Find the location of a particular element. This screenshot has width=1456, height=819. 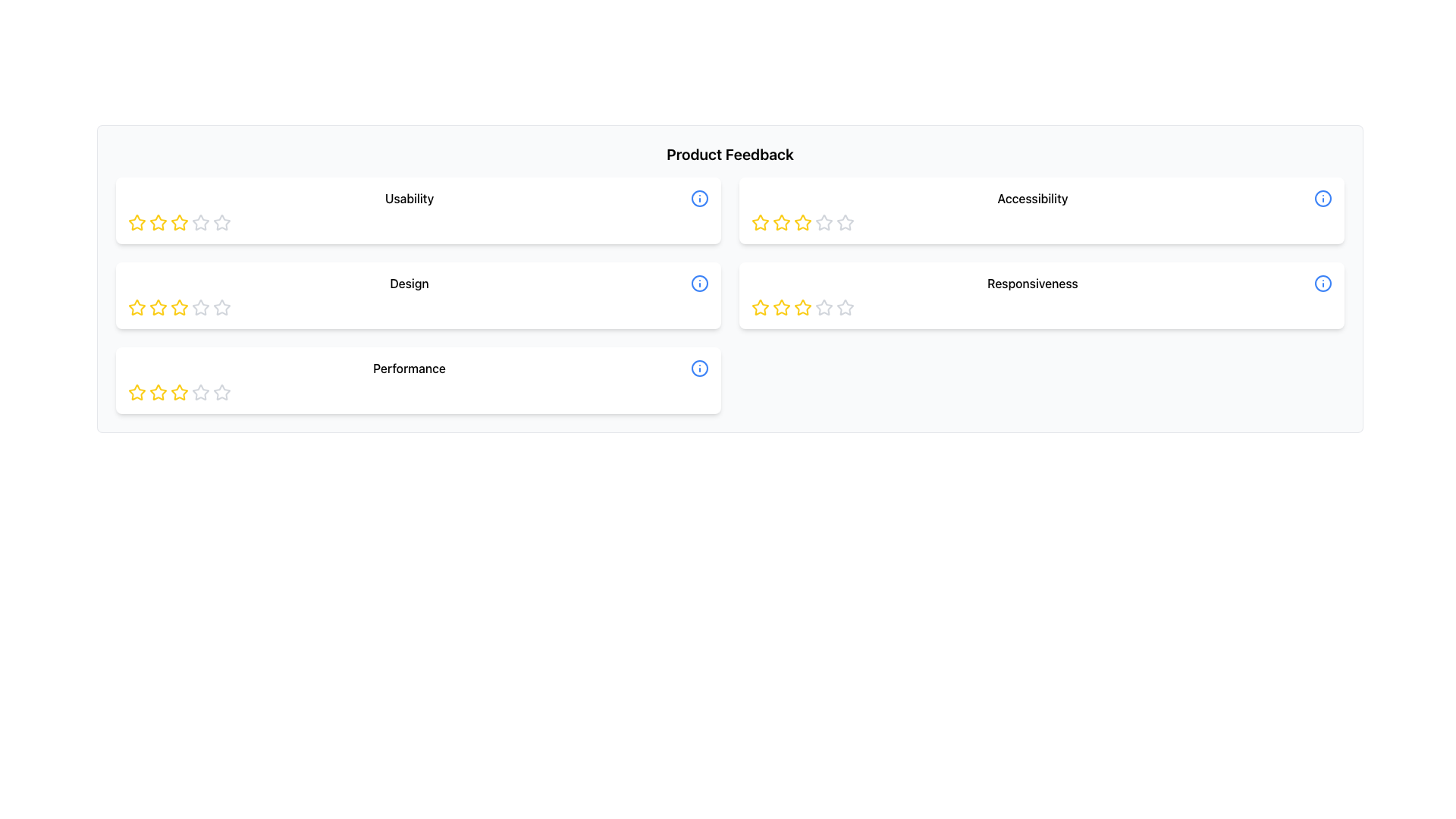

the second star icon in the rating system under the 'Design' category to rate it is located at coordinates (179, 307).